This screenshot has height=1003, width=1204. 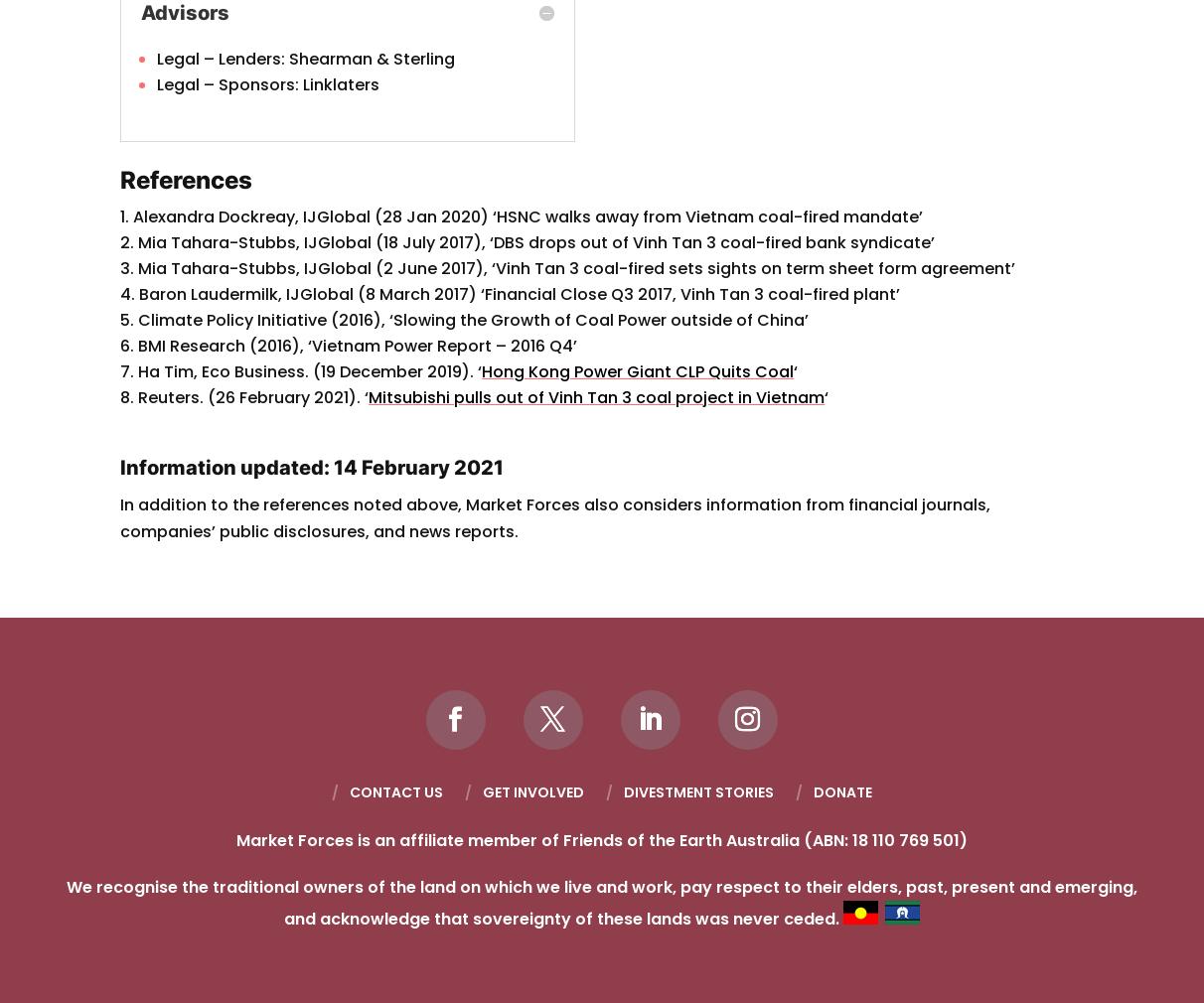 I want to click on 'Mia Tahara-Stubbs, IJGlobal (2 June 2017), ‘Vinh Tan 3 coal-fired sets sights on term sheet form agreement’', so click(x=576, y=268).